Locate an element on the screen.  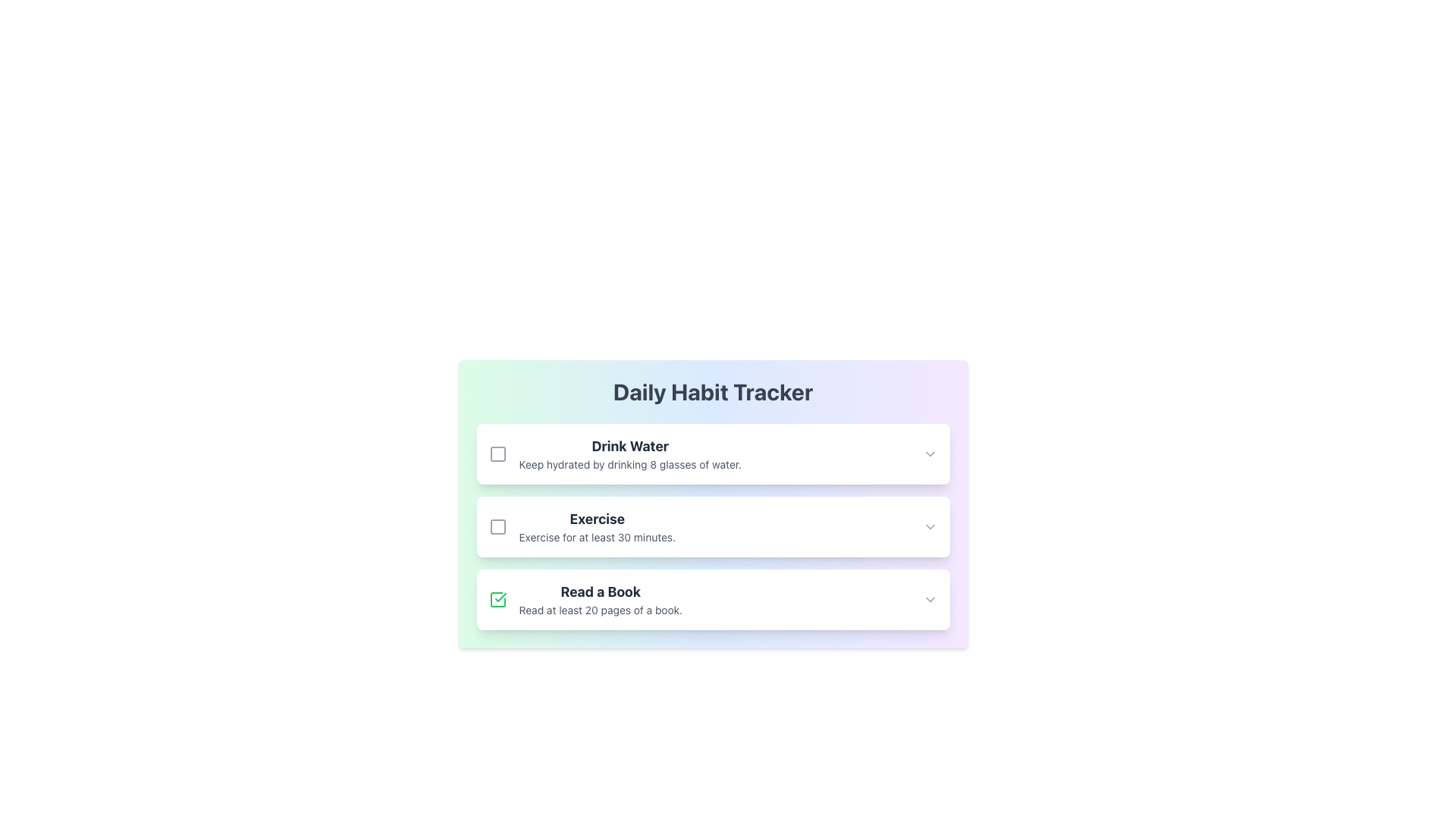
the chevron-down icon located at the top right corner of the 'Exercise' action card is located at coordinates (929, 526).